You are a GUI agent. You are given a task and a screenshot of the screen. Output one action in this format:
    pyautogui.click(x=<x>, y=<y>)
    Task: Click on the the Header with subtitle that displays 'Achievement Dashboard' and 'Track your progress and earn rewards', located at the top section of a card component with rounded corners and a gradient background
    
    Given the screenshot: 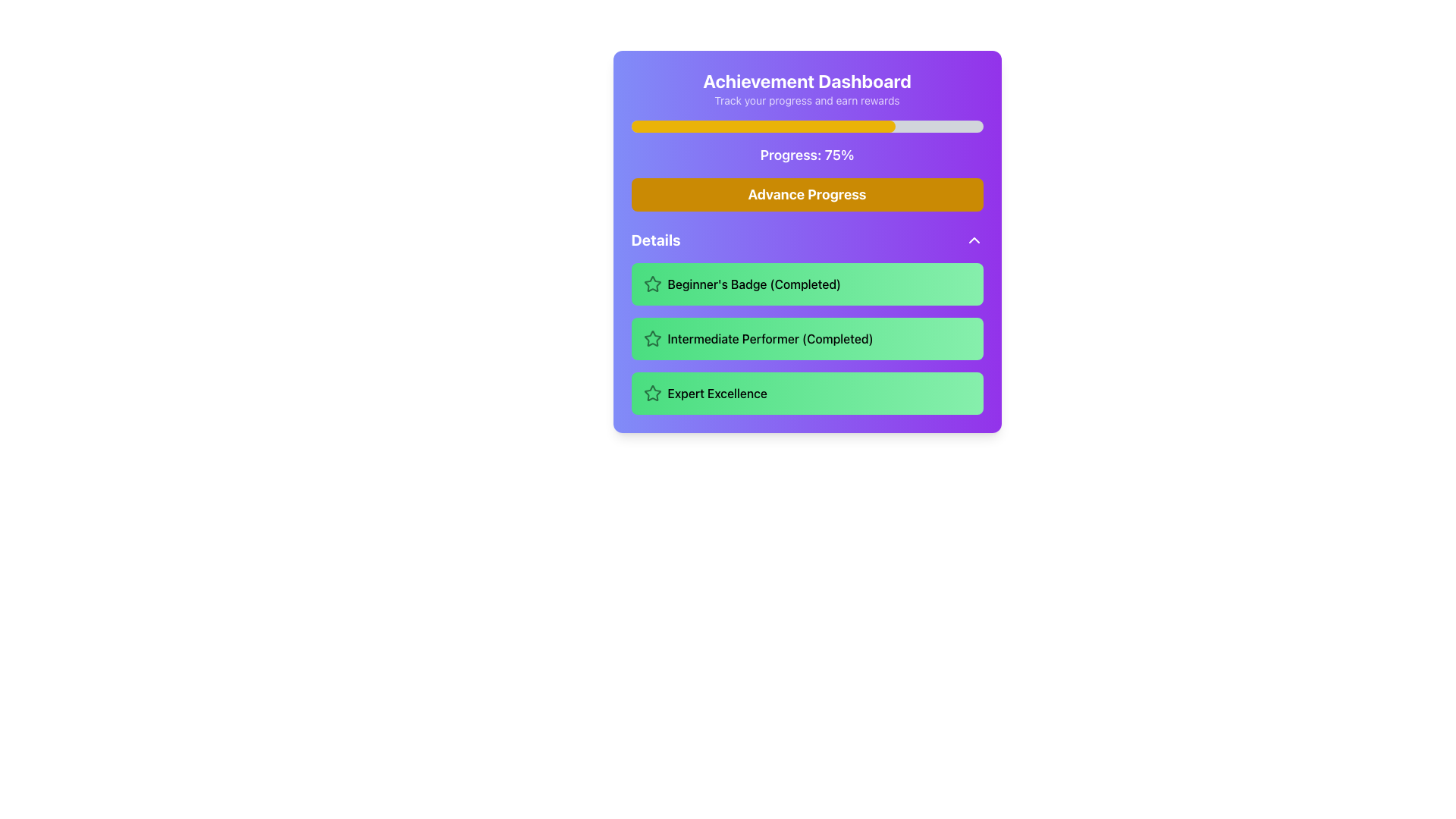 What is the action you would take?
    pyautogui.click(x=806, y=88)
    